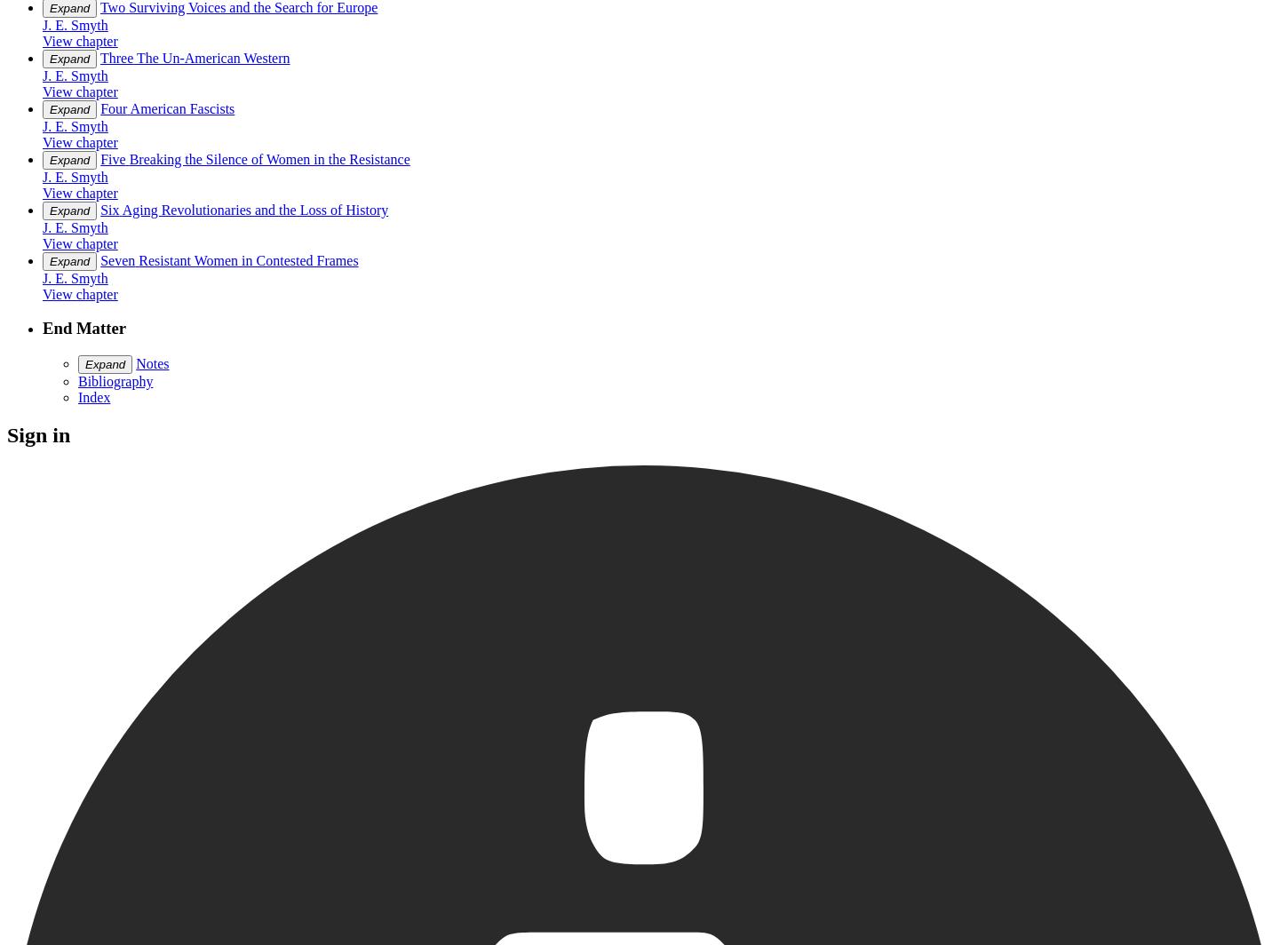 Image resolution: width=1288 pixels, height=945 pixels. What do you see at coordinates (211, 57) in the screenshot?
I see `'The Un-American Western'` at bounding box center [211, 57].